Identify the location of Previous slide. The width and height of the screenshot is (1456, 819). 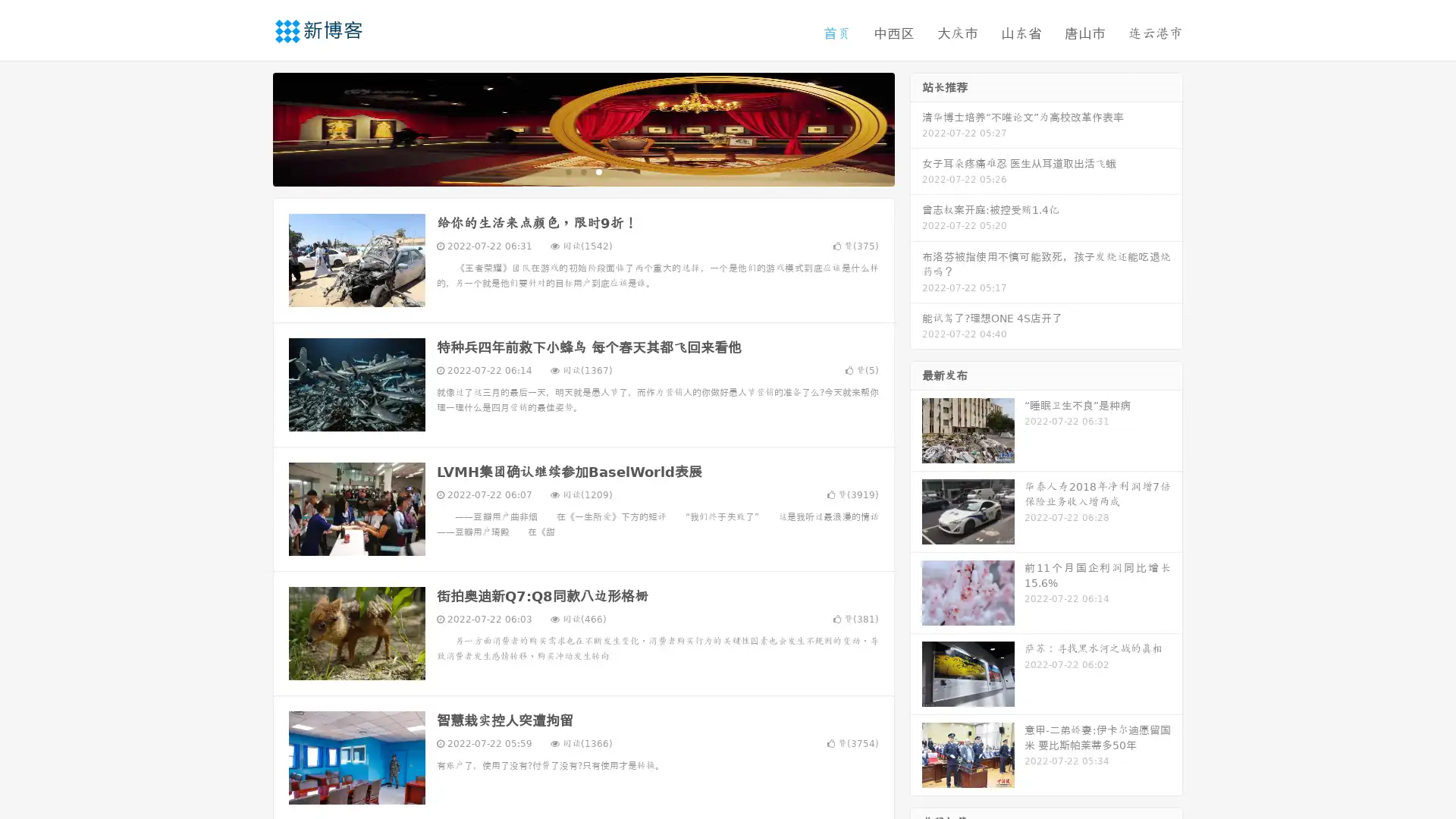
(250, 127).